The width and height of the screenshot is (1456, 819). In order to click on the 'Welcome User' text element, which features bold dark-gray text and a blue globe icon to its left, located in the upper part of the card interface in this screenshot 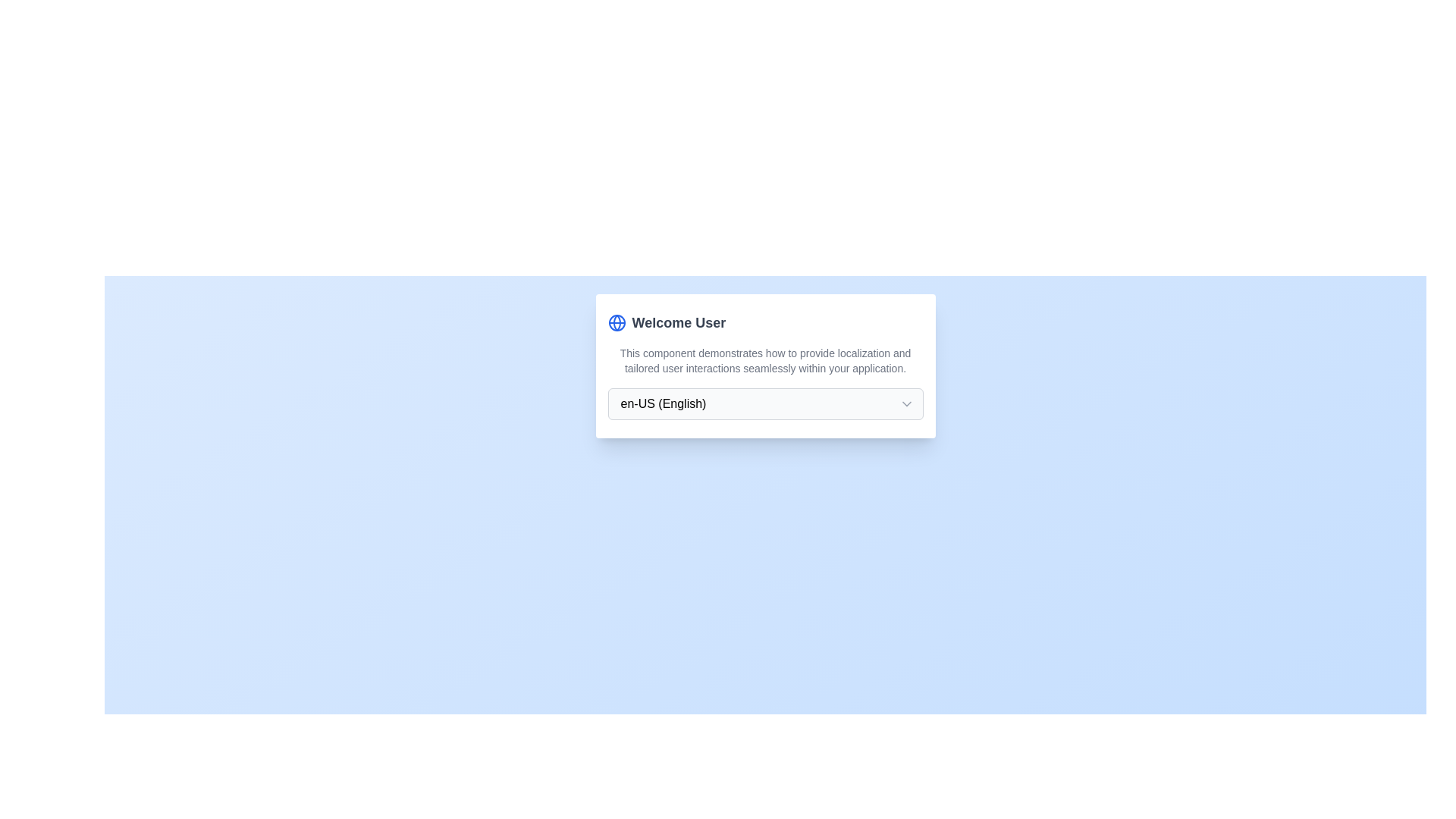, I will do `click(667, 322)`.